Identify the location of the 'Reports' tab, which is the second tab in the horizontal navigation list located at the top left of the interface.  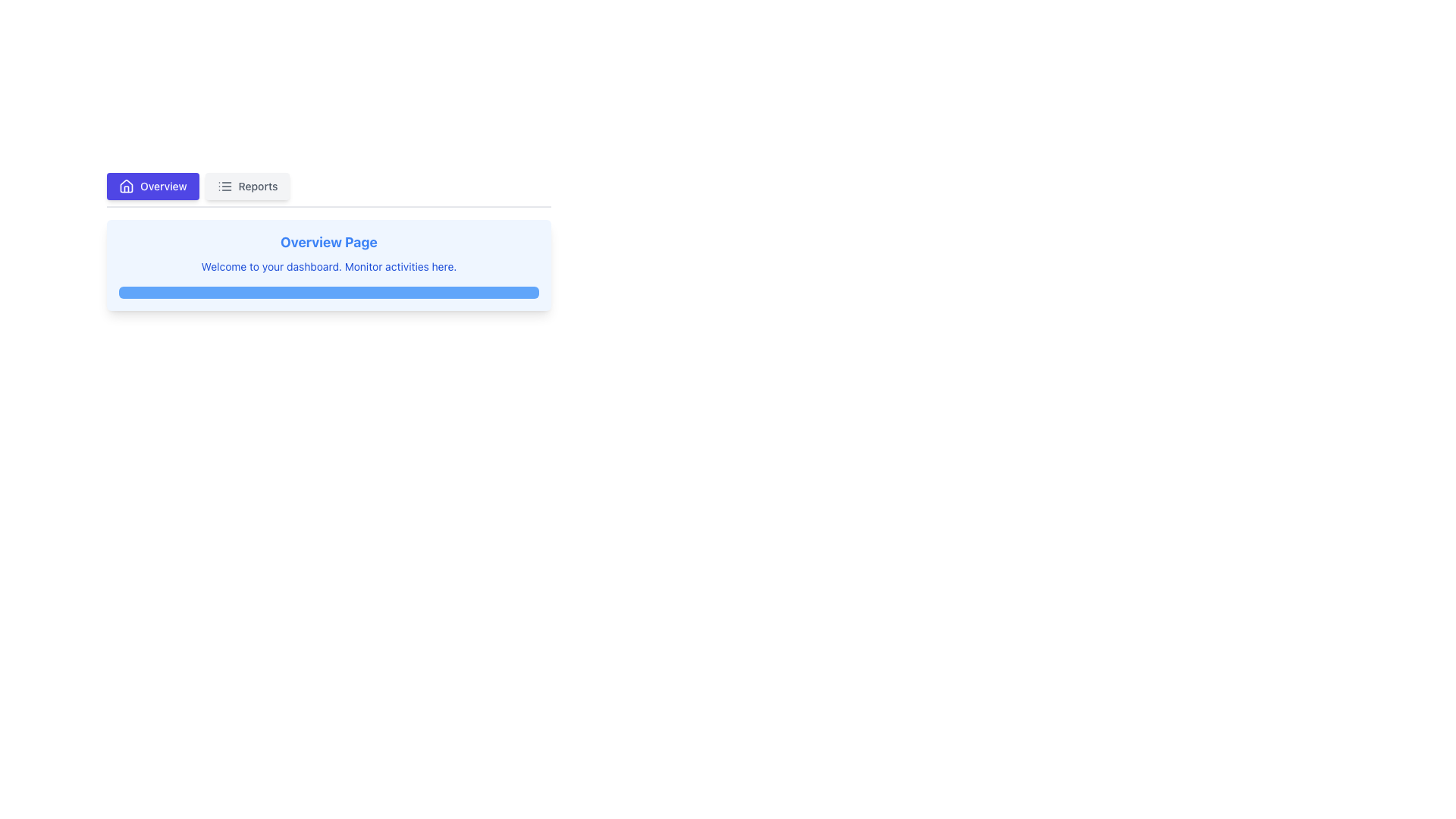
(247, 186).